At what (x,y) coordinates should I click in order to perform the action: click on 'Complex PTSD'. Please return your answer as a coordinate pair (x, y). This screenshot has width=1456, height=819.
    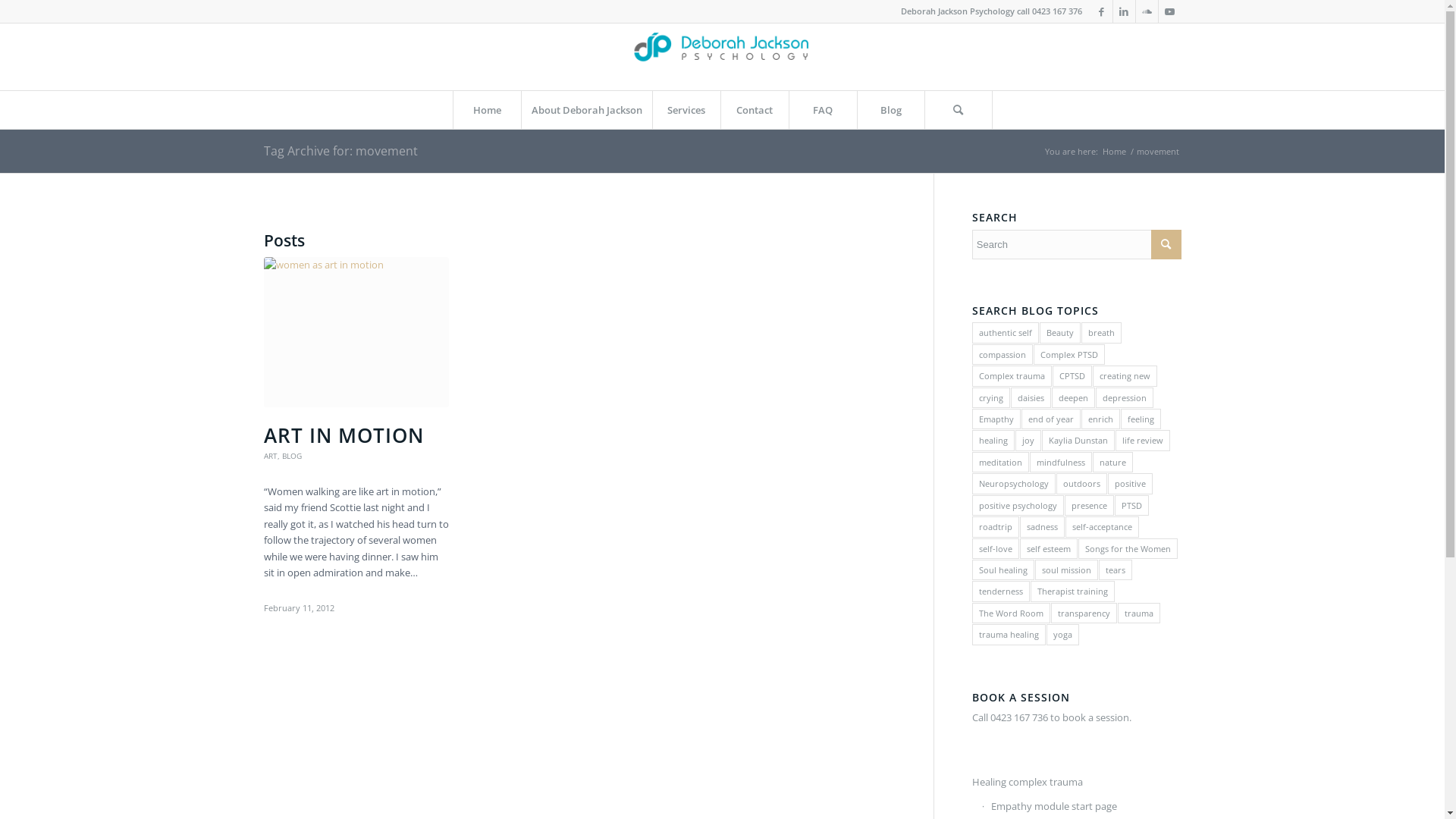
    Looking at the image, I should click on (1033, 354).